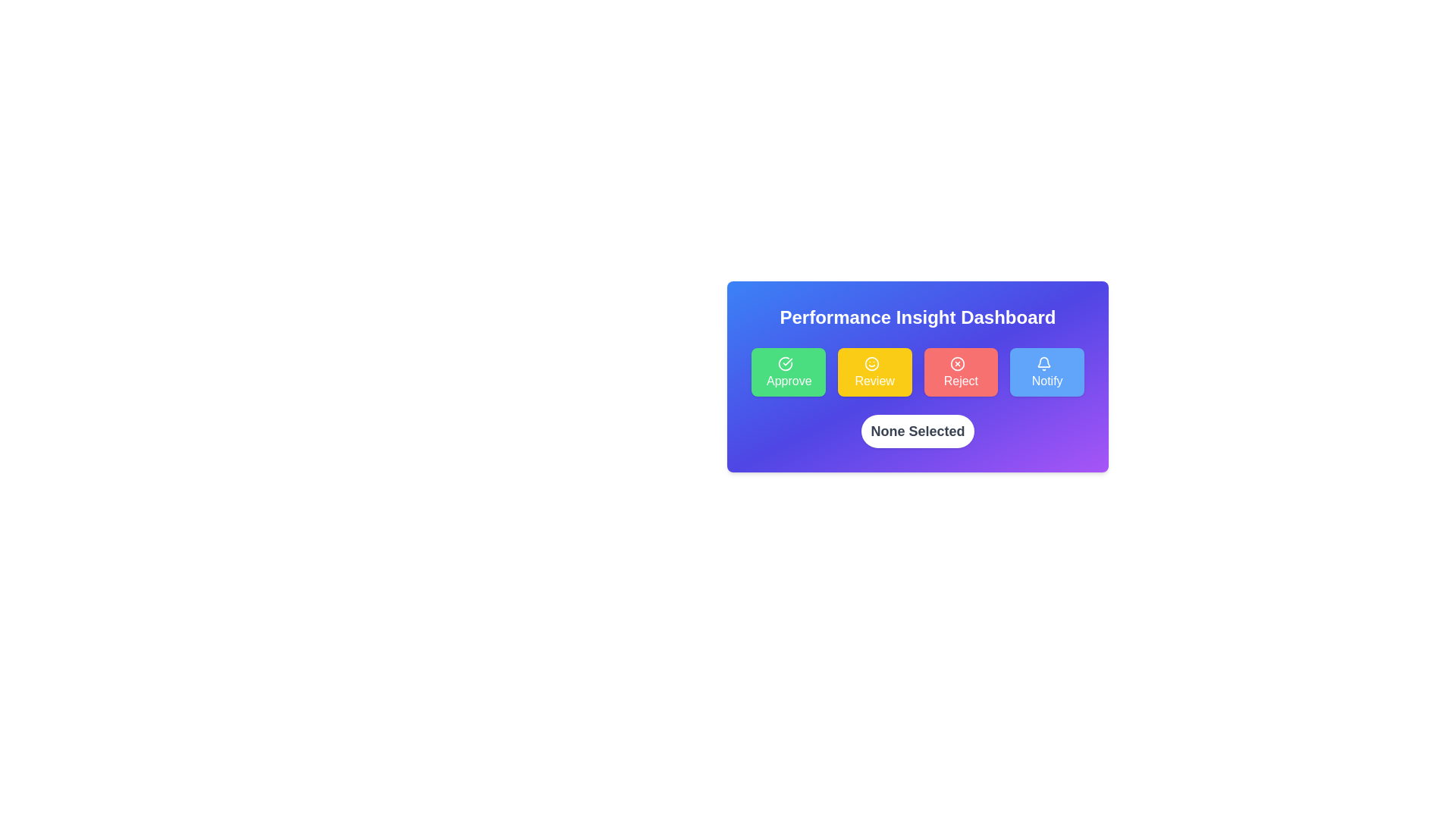 The height and width of the screenshot is (819, 1456). What do you see at coordinates (917, 372) in the screenshot?
I see `the 'Review' button in the Button group of the 'Performance Insight Dashboard' to initiate the review process` at bounding box center [917, 372].